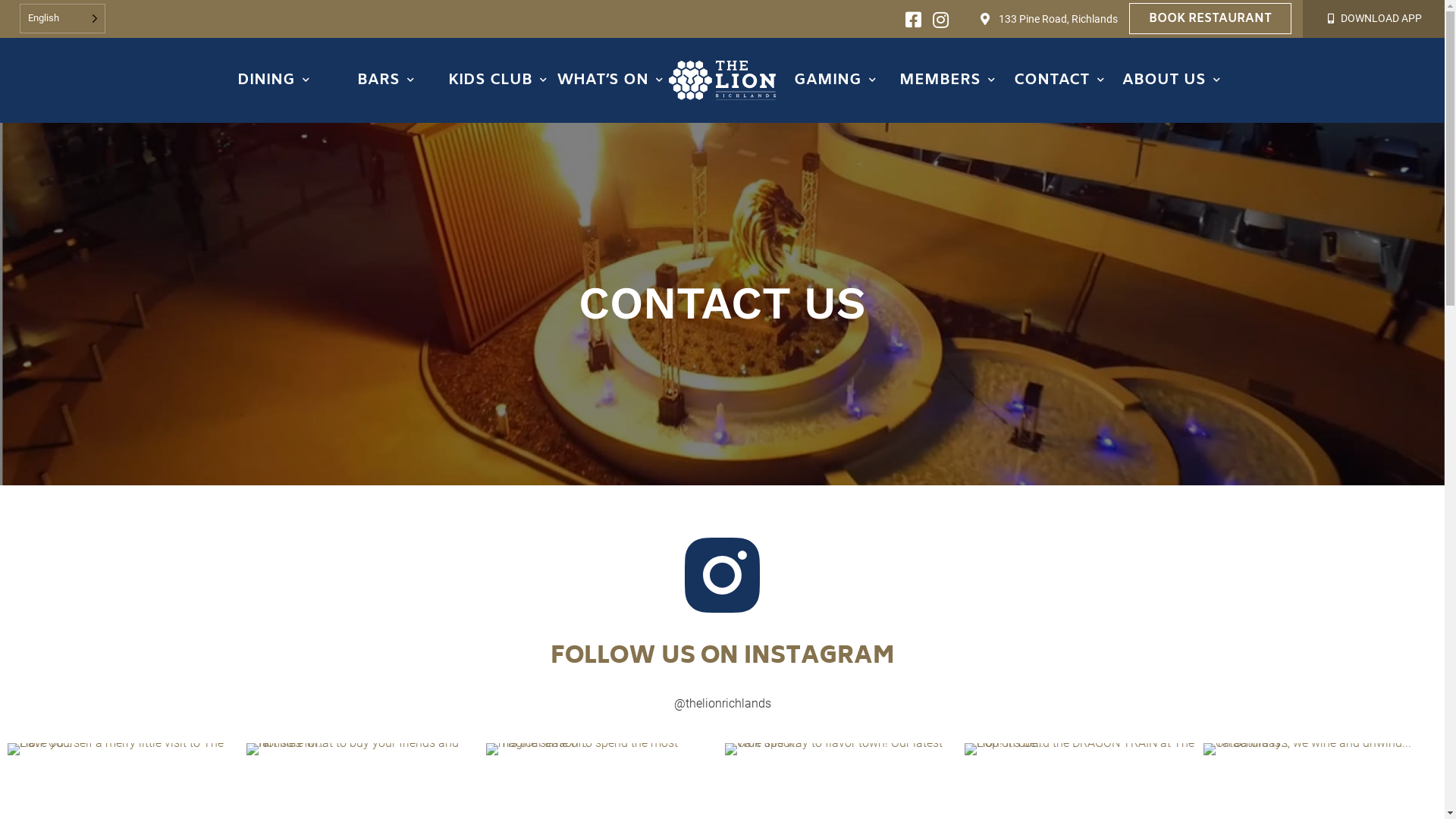 This screenshot has width=1456, height=819. What do you see at coordinates (946, 80) in the screenshot?
I see `'MEMBERS'` at bounding box center [946, 80].